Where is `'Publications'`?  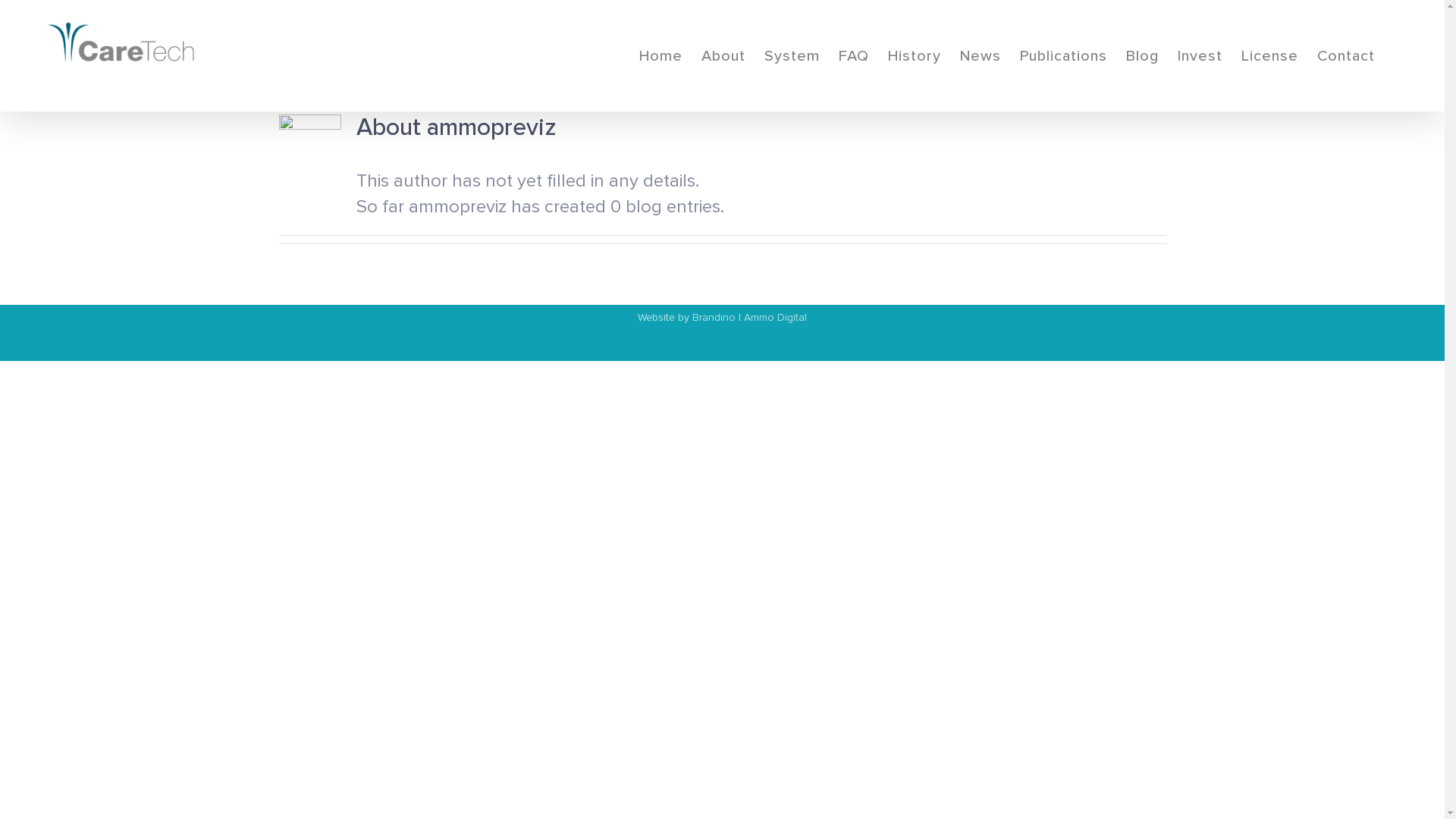
'Publications' is located at coordinates (1062, 55).